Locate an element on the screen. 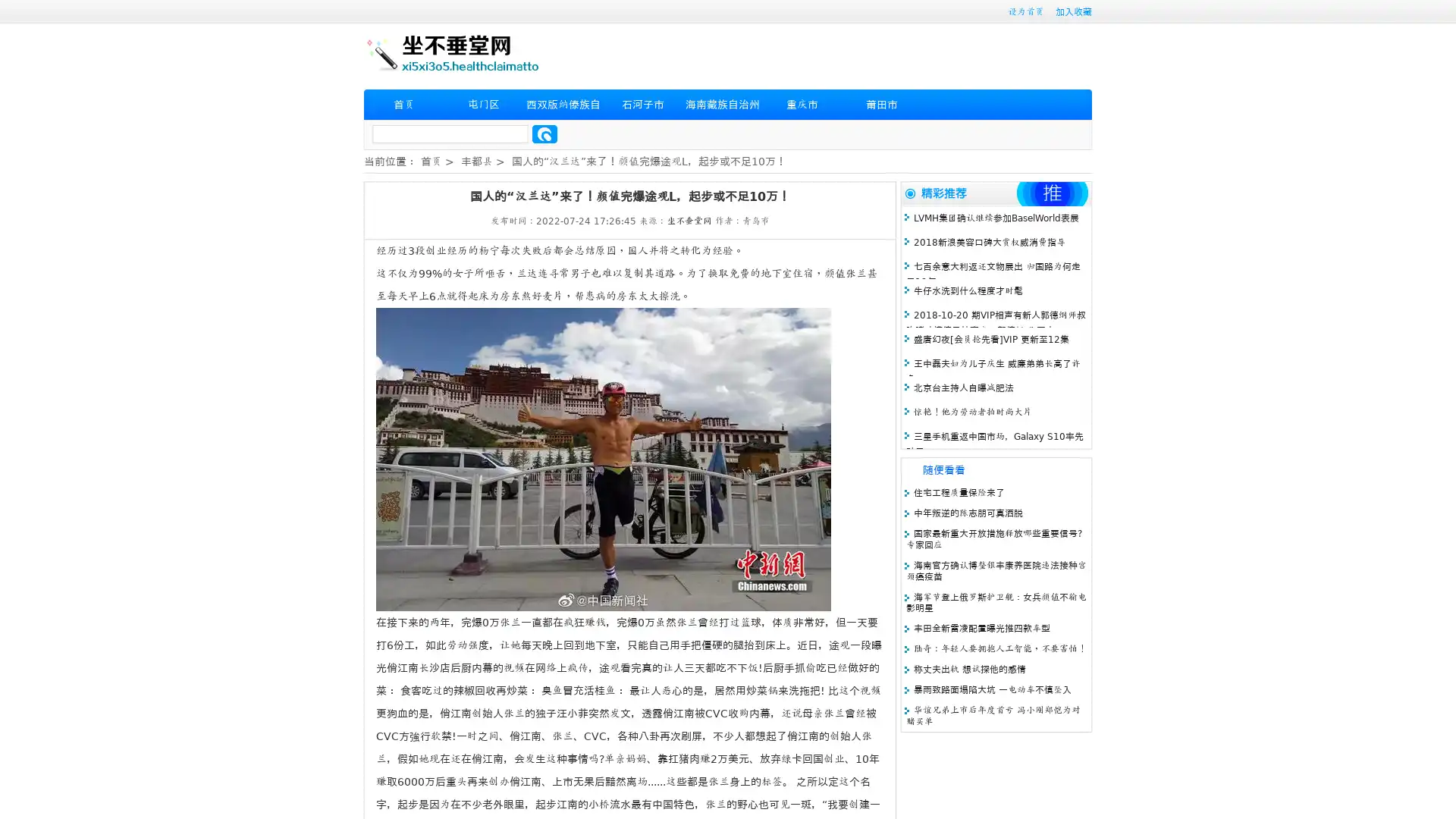 Image resolution: width=1456 pixels, height=819 pixels. Search is located at coordinates (544, 133).